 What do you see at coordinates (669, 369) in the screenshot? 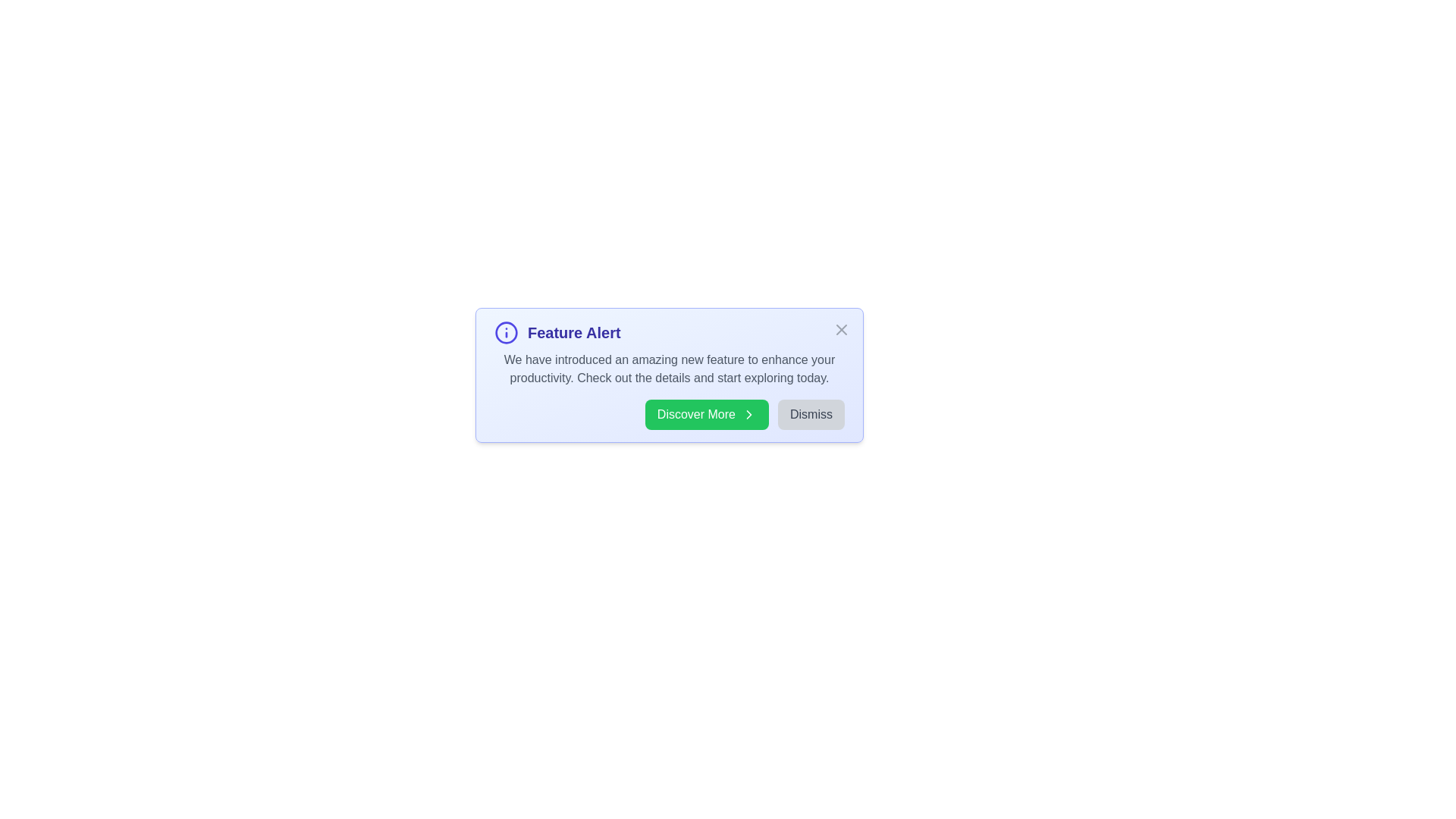
I see `the alert message text to select it` at bounding box center [669, 369].